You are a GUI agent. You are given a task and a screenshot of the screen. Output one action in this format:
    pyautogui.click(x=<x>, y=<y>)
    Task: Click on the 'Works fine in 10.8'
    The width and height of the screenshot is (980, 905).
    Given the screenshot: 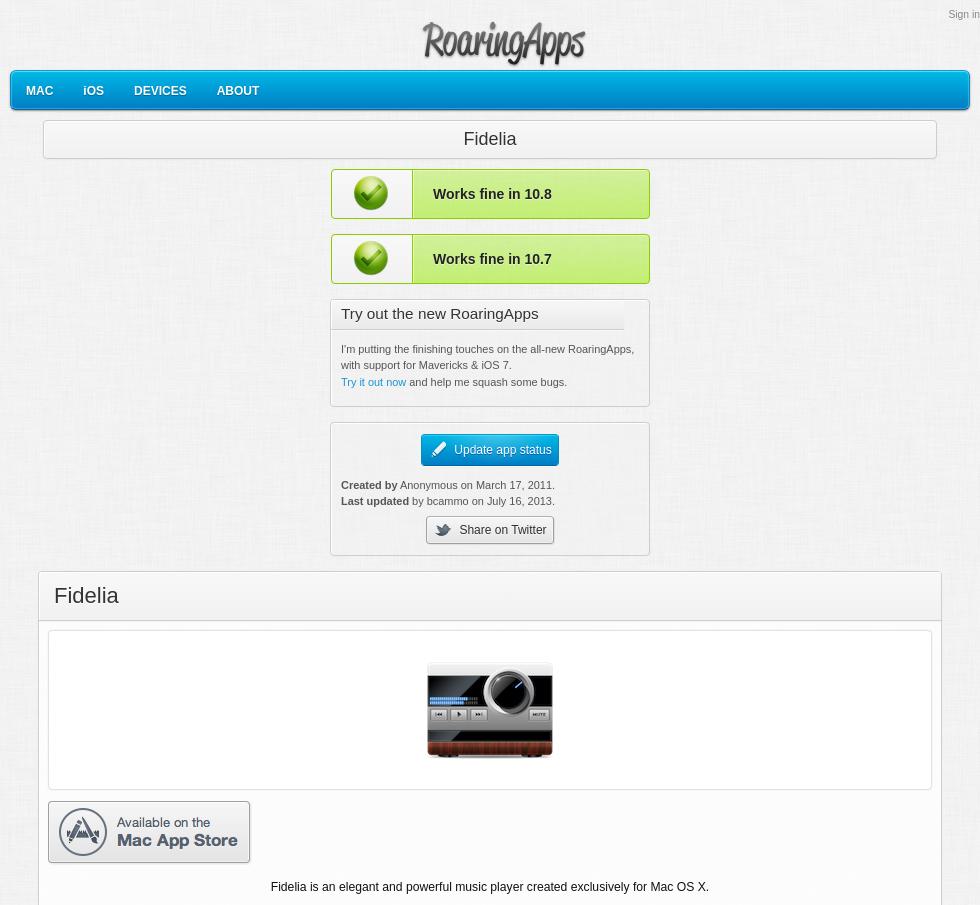 What is the action you would take?
    pyautogui.click(x=491, y=194)
    